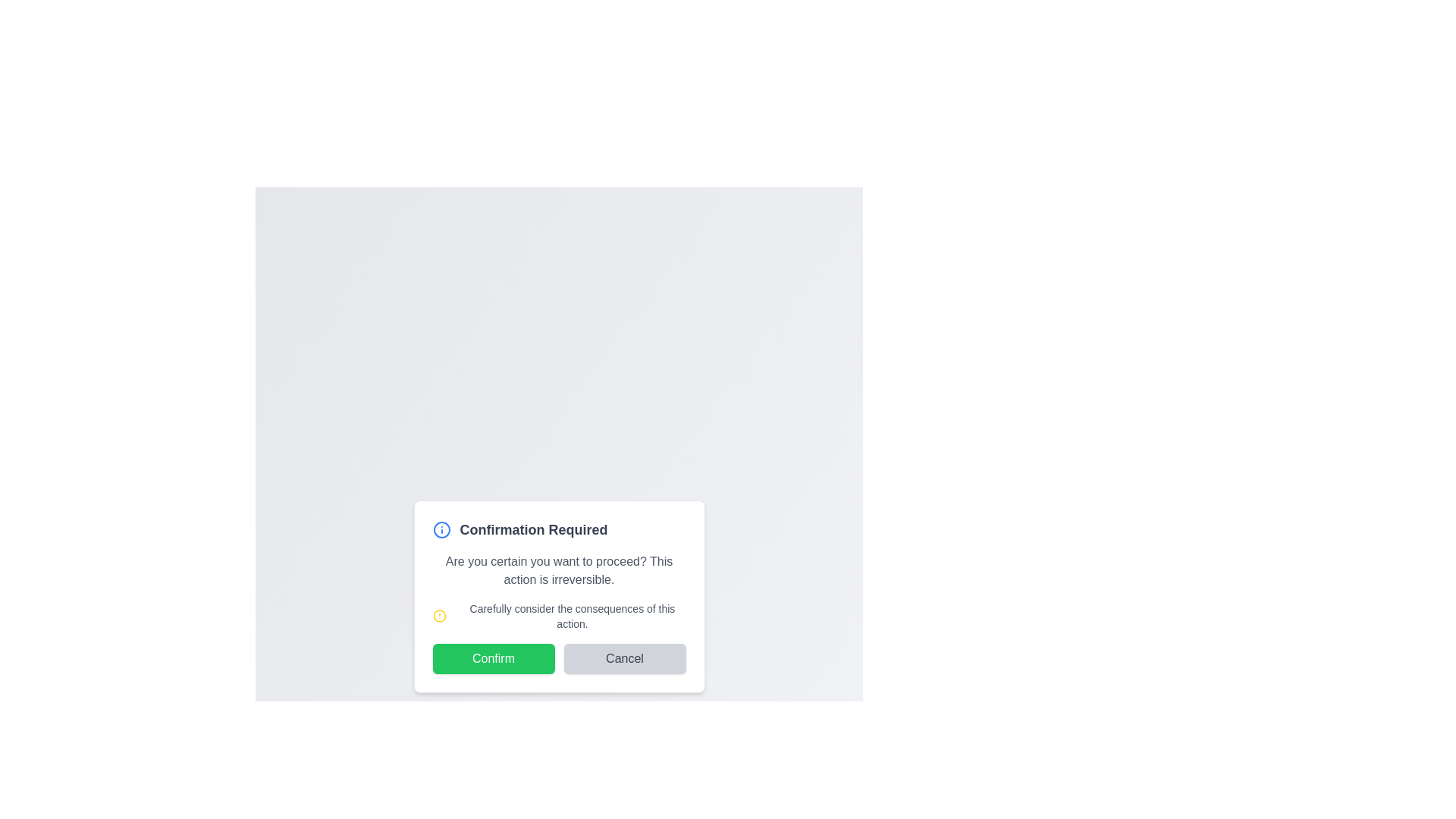 This screenshot has height=819, width=1456. I want to click on the 'Cancel' button, which is a rectangular button with dark gray text on a light gray background, located at the bottom-right of a confirmation dialog, so click(625, 657).